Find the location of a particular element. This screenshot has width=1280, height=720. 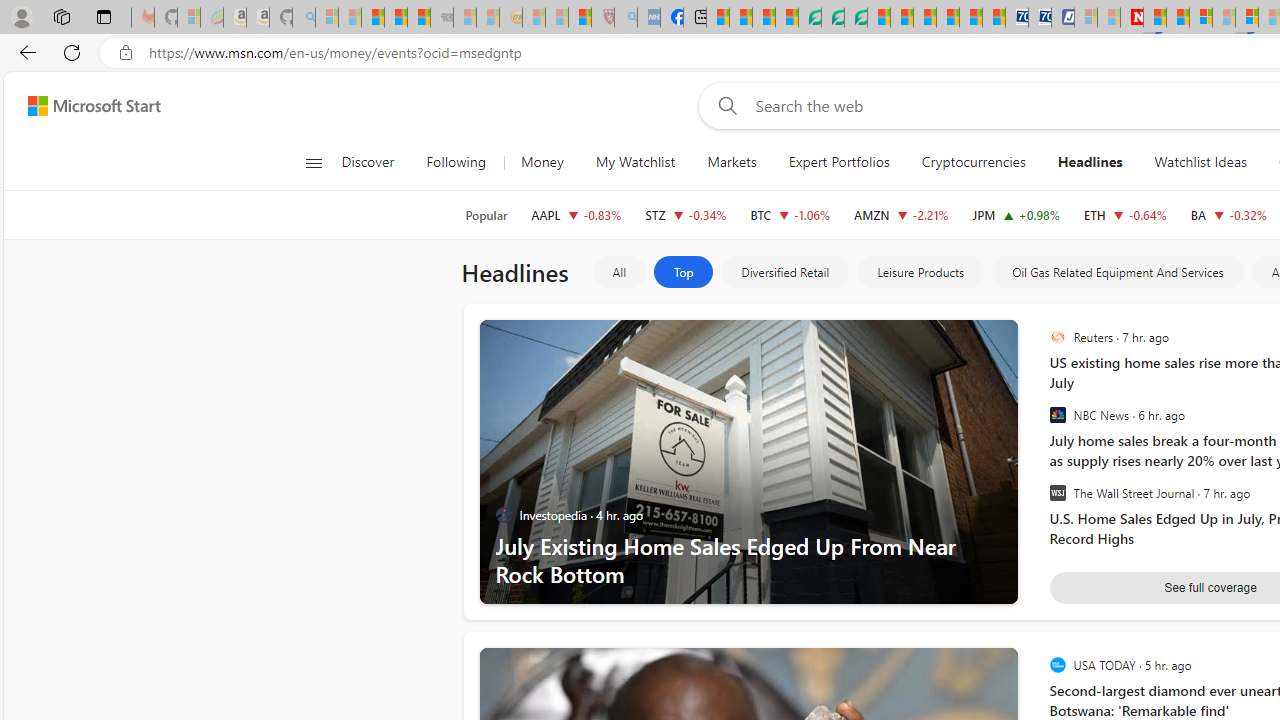

'Recipes - MSN - Sleeping' is located at coordinates (534, 17).